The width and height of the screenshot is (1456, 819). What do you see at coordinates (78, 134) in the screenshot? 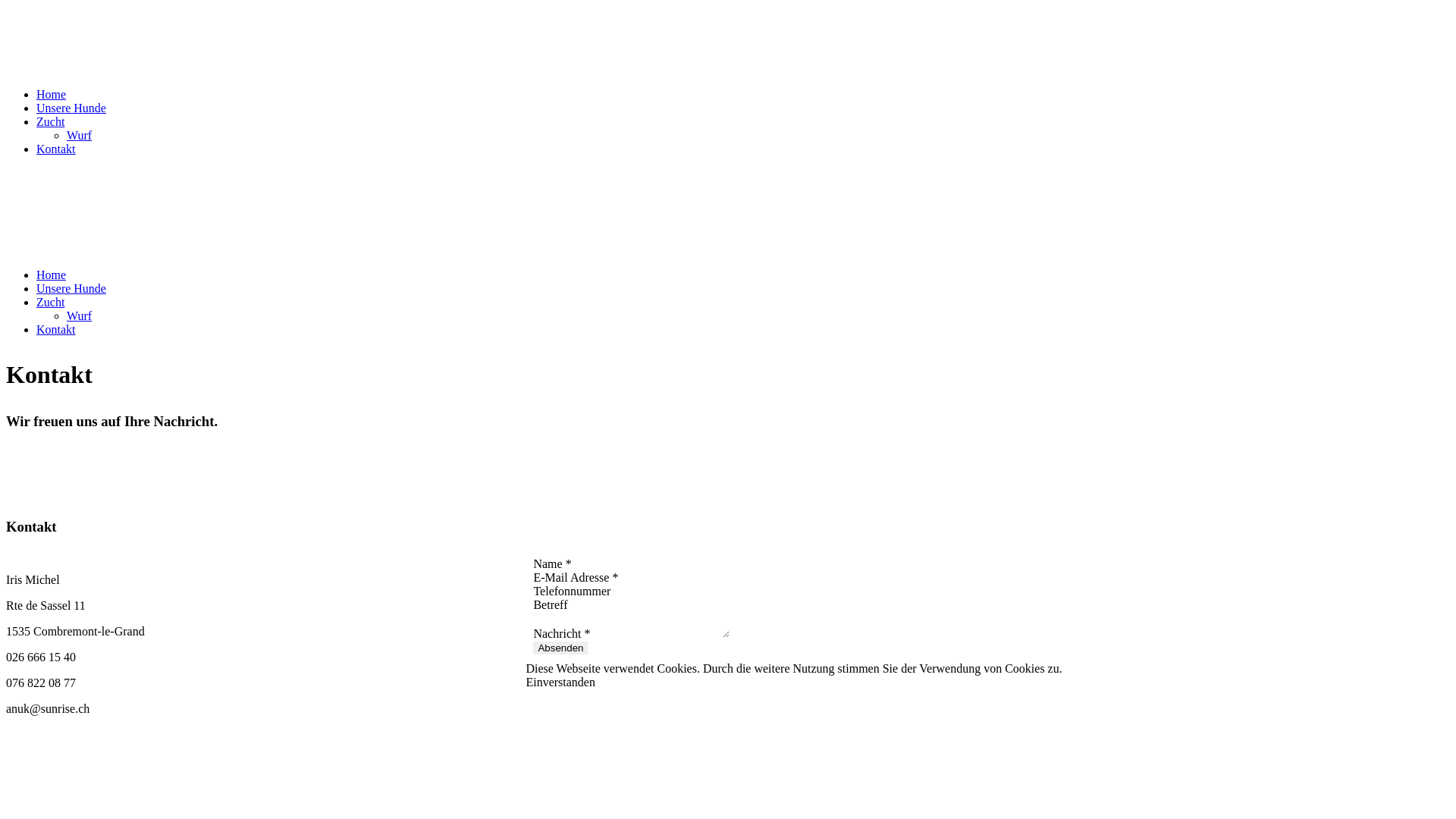
I see `'Wurf'` at bounding box center [78, 134].